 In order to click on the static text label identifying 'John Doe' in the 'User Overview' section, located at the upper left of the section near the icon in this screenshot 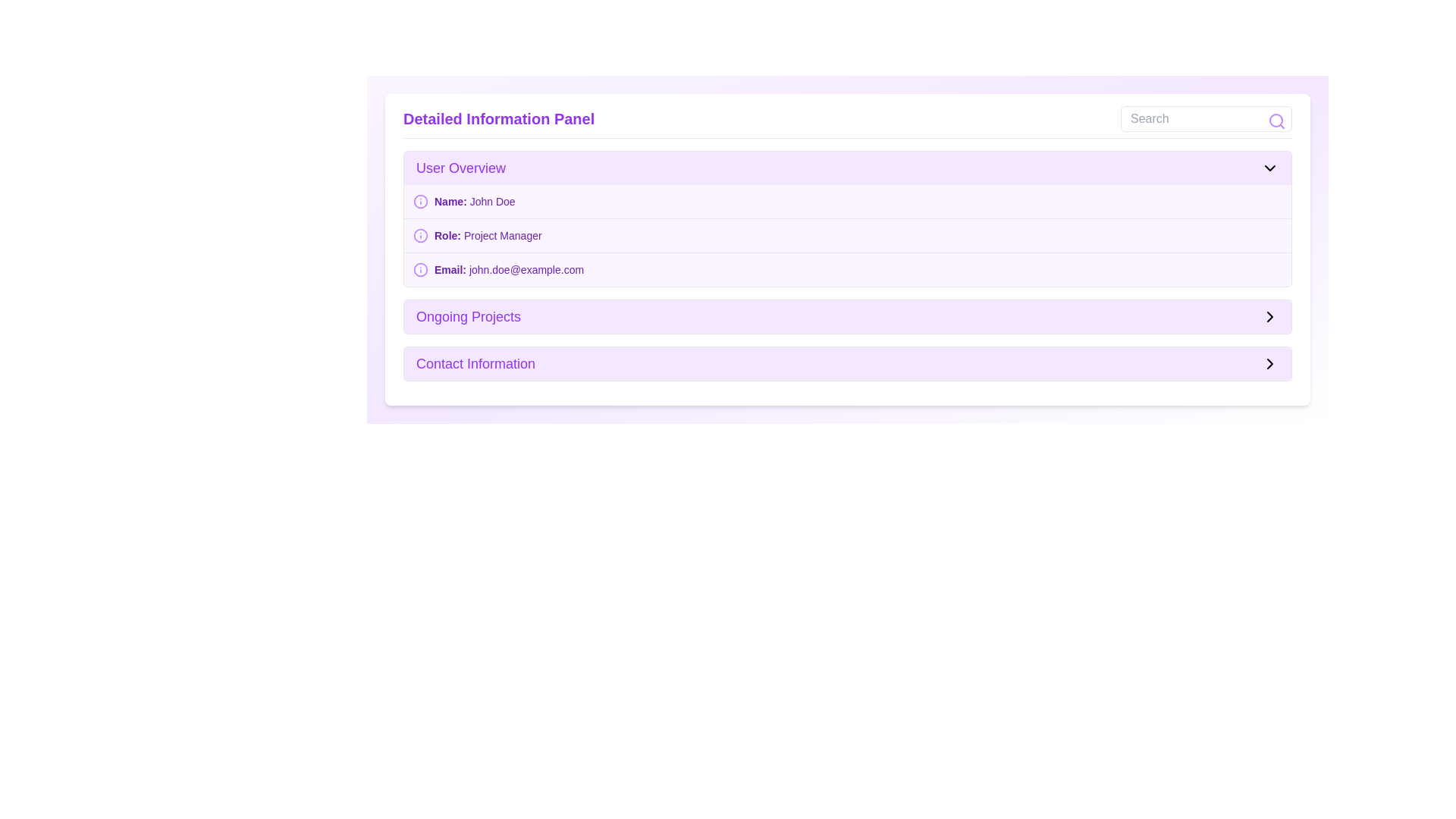, I will do `click(450, 201)`.